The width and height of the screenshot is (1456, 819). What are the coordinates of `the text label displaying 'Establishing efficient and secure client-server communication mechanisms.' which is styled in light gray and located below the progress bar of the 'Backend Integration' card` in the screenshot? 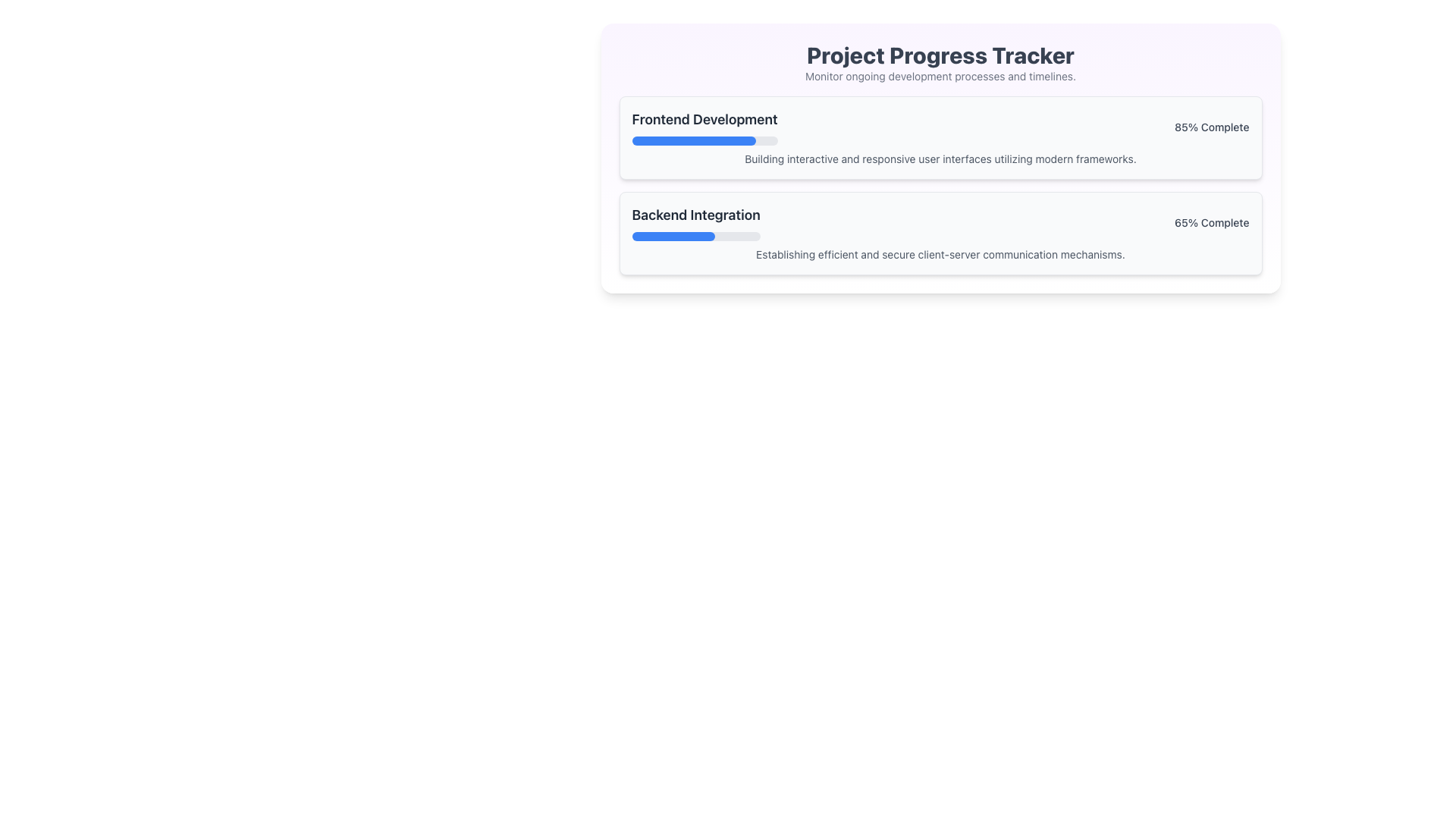 It's located at (940, 253).